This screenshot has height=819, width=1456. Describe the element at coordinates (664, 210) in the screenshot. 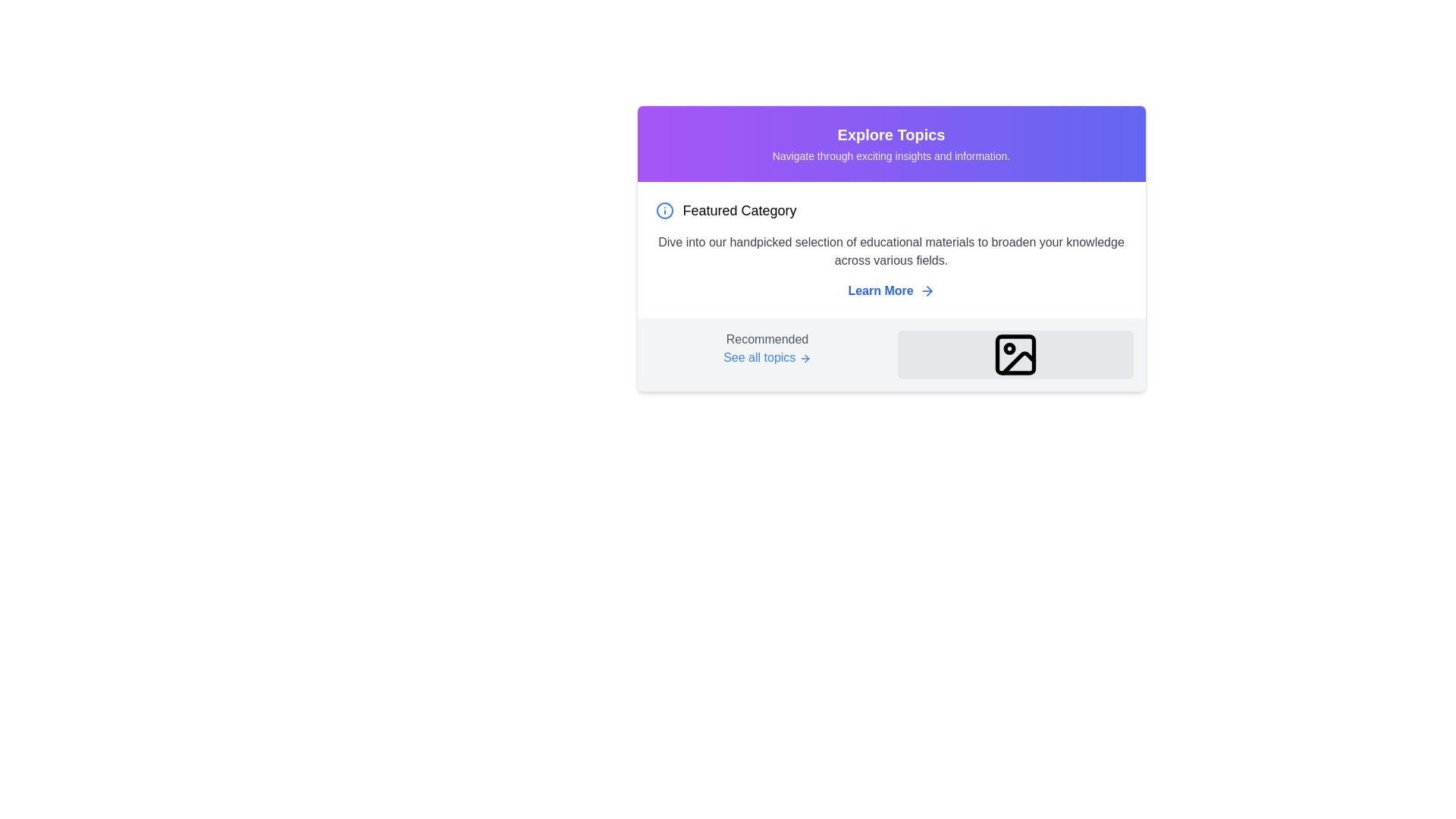

I see `the informational Icon located to the left of the 'Featured Category' text in the card-like interface` at that location.